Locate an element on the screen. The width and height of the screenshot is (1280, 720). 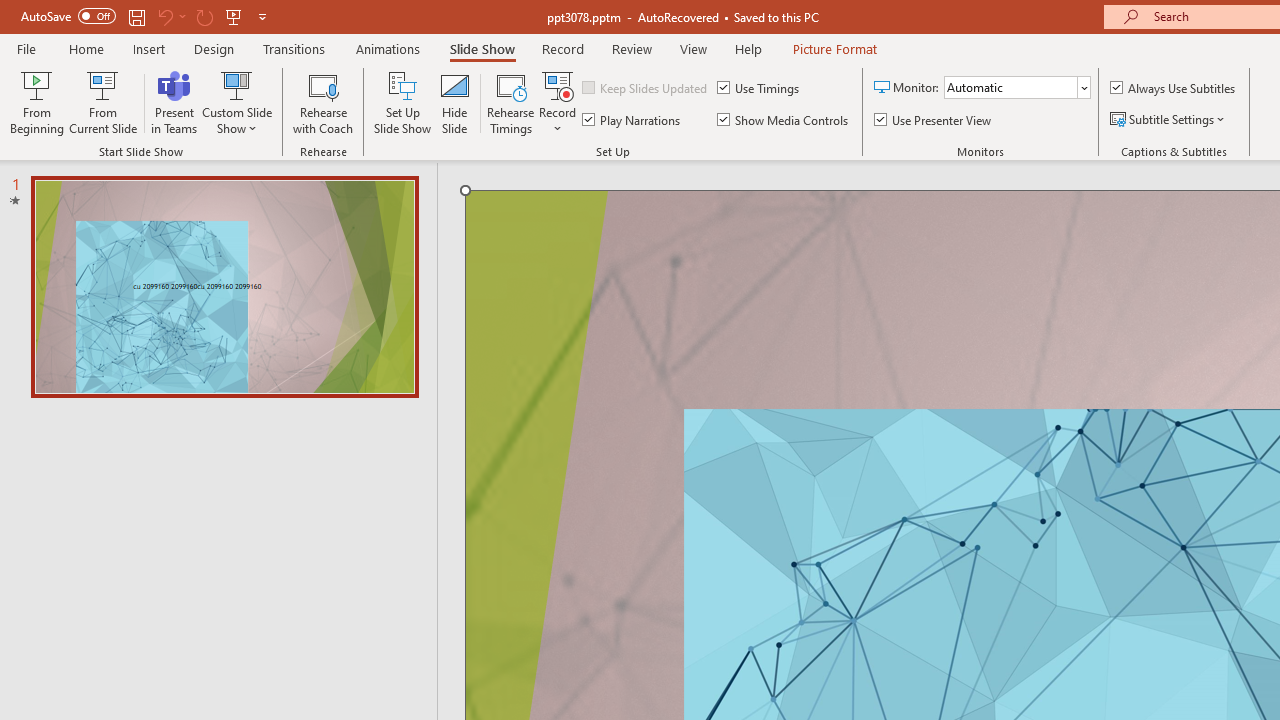
'Always Use Subtitles' is located at coordinates (1174, 86).